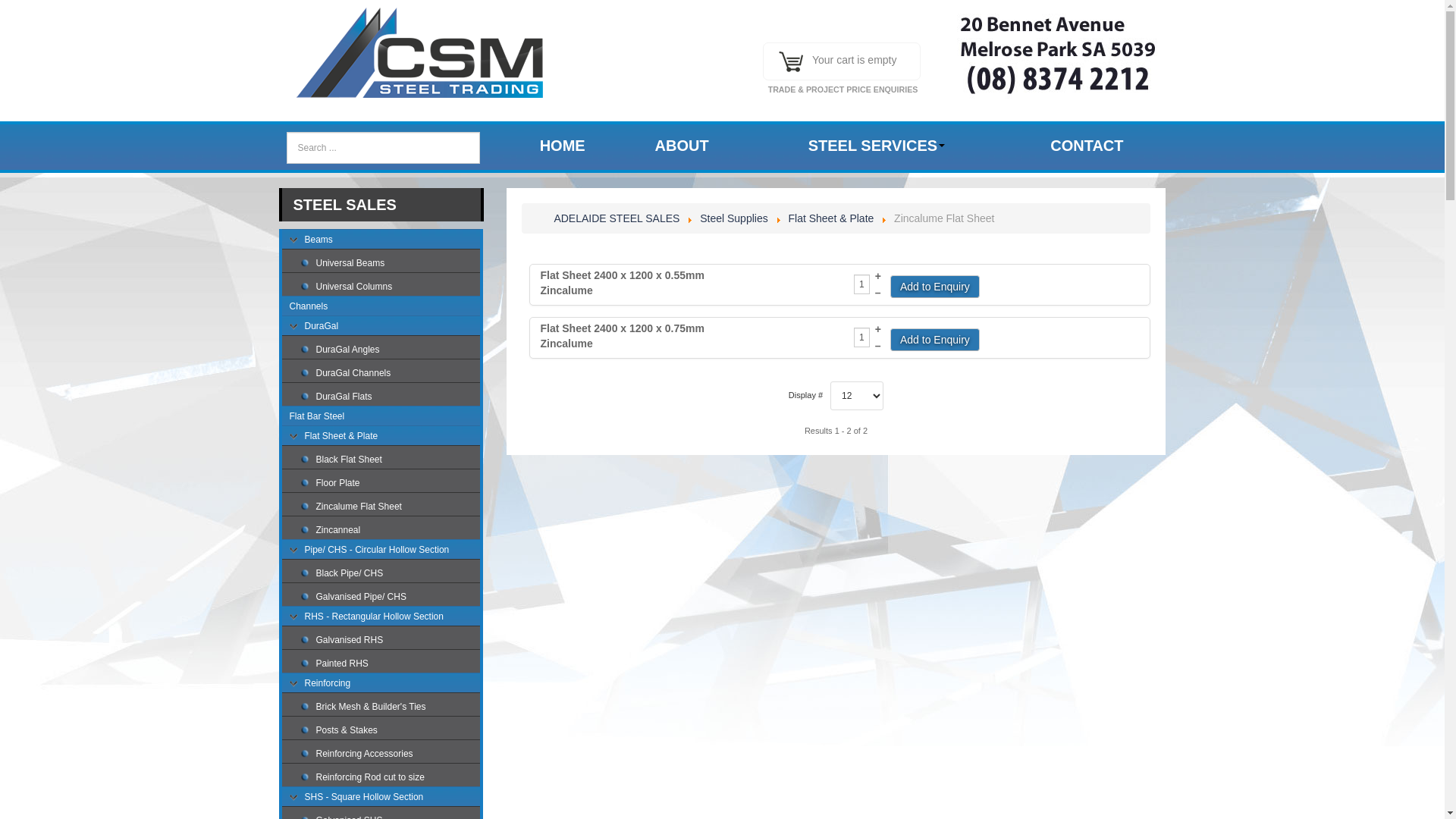  I want to click on 'DuraGal Angles', so click(390, 350).